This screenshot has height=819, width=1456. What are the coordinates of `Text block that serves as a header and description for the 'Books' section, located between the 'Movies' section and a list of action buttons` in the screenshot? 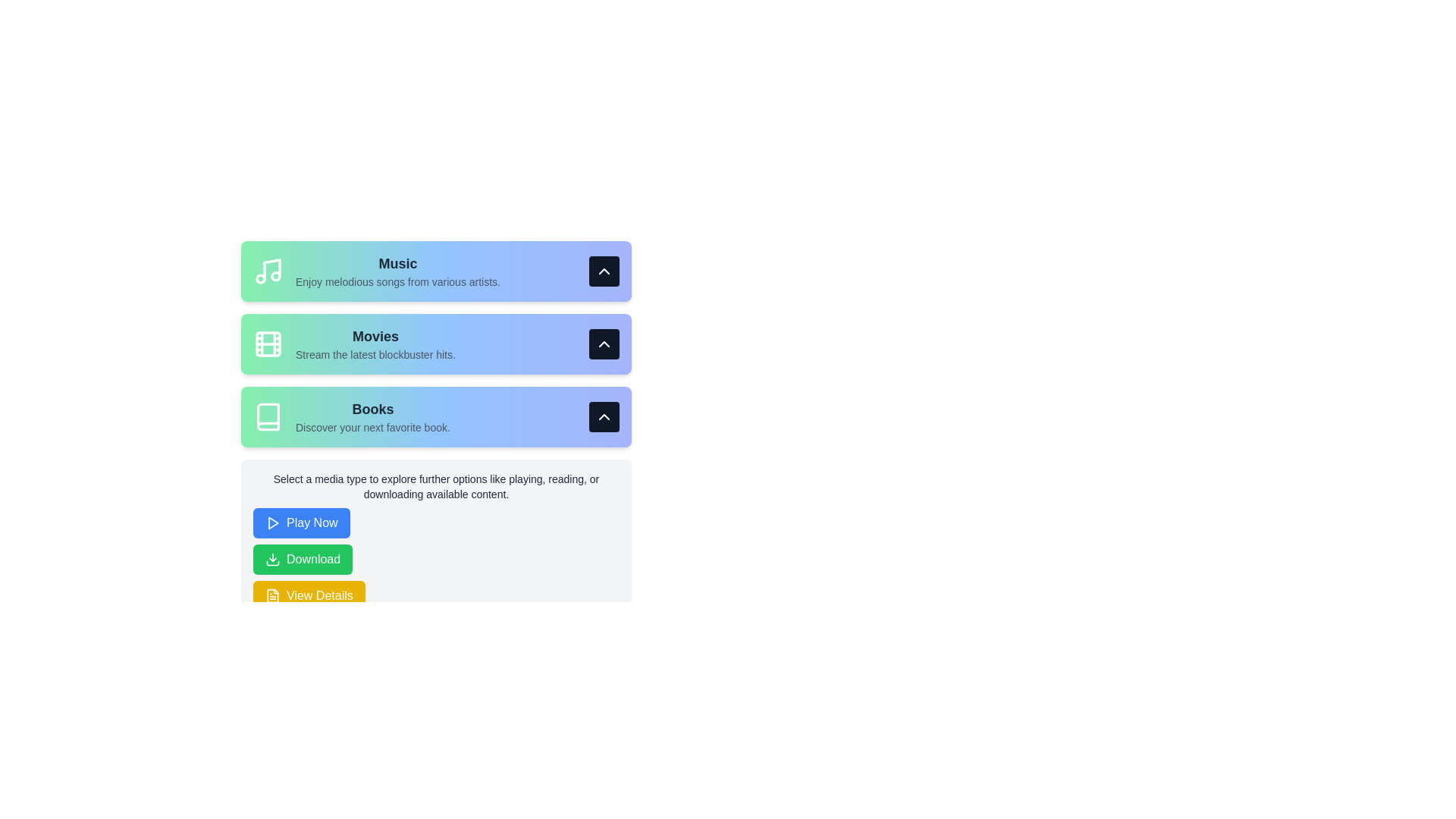 It's located at (372, 417).